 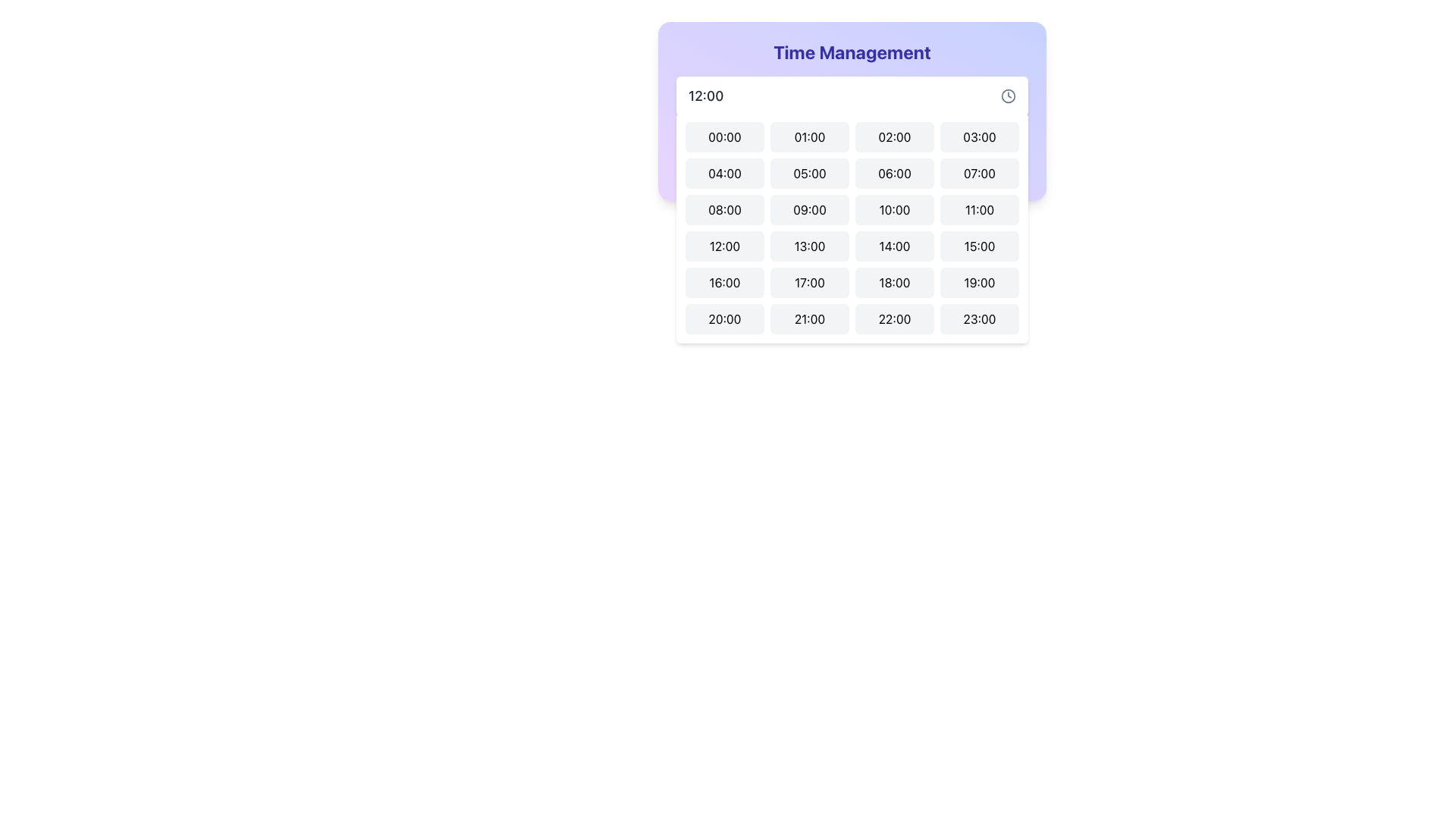 What do you see at coordinates (689, 149) in the screenshot?
I see `the inner circle of the SVG icon located near the top-left corner of the time selection grid, adjacent to the '00:00' time option` at bounding box center [689, 149].